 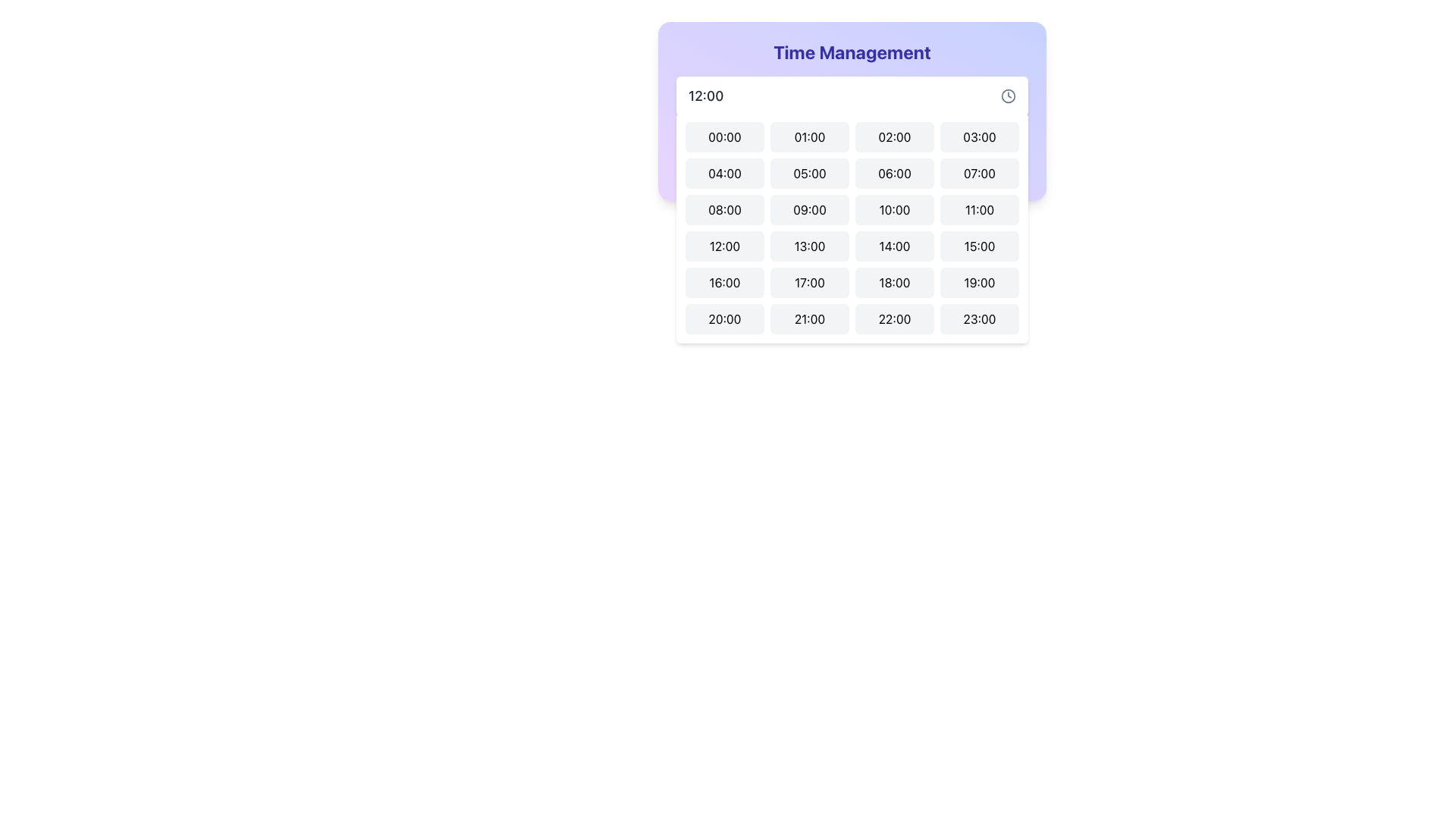 What do you see at coordinates (689, 149) in the screenshot?
I see `the inner circle of the SVG icon located near the top-left corner of the time selection grid, adjacent to the '00:00' time option` at bounding box center [689, 149].